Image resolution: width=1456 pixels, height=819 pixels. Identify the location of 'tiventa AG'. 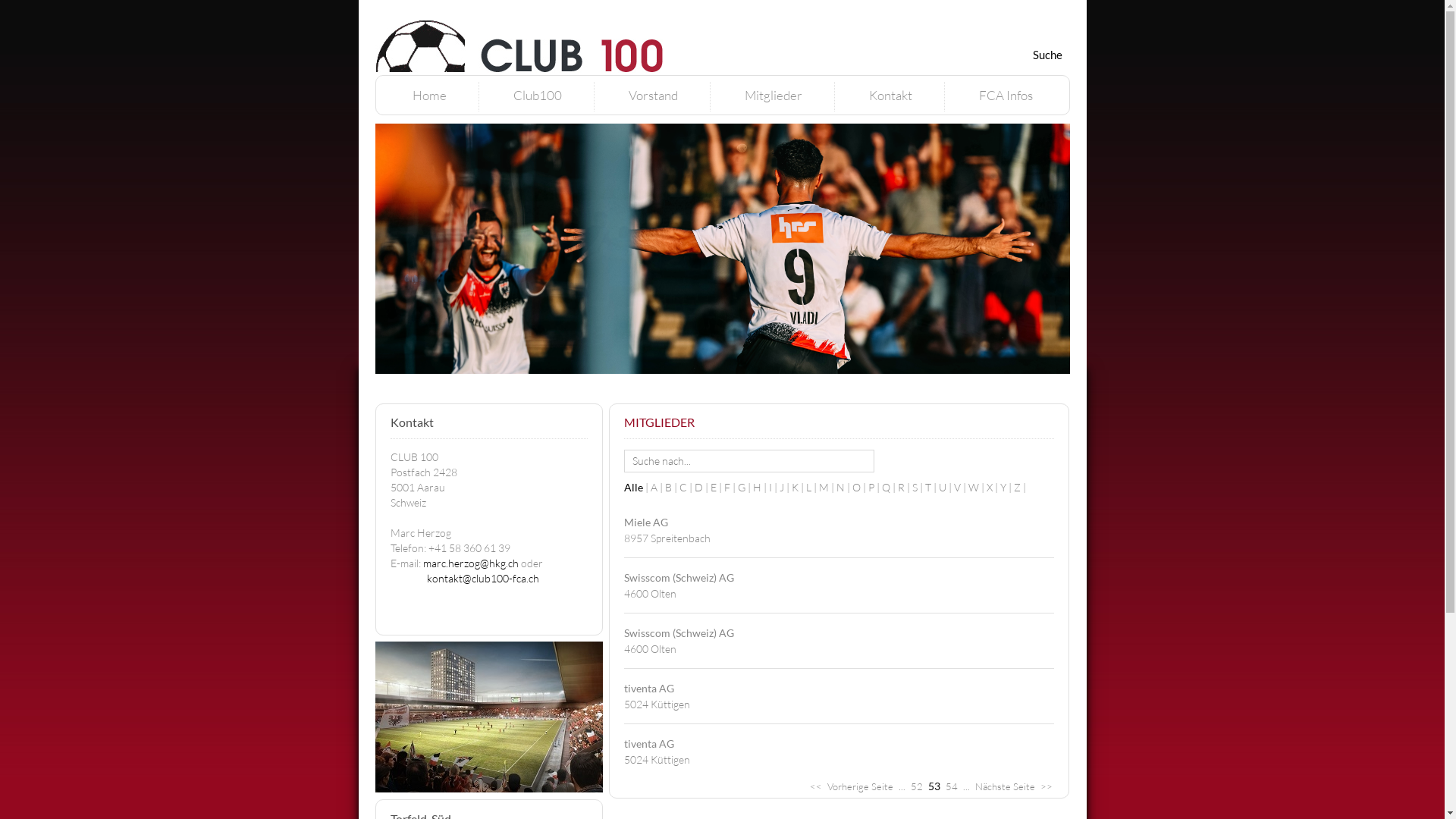
(648, 742).